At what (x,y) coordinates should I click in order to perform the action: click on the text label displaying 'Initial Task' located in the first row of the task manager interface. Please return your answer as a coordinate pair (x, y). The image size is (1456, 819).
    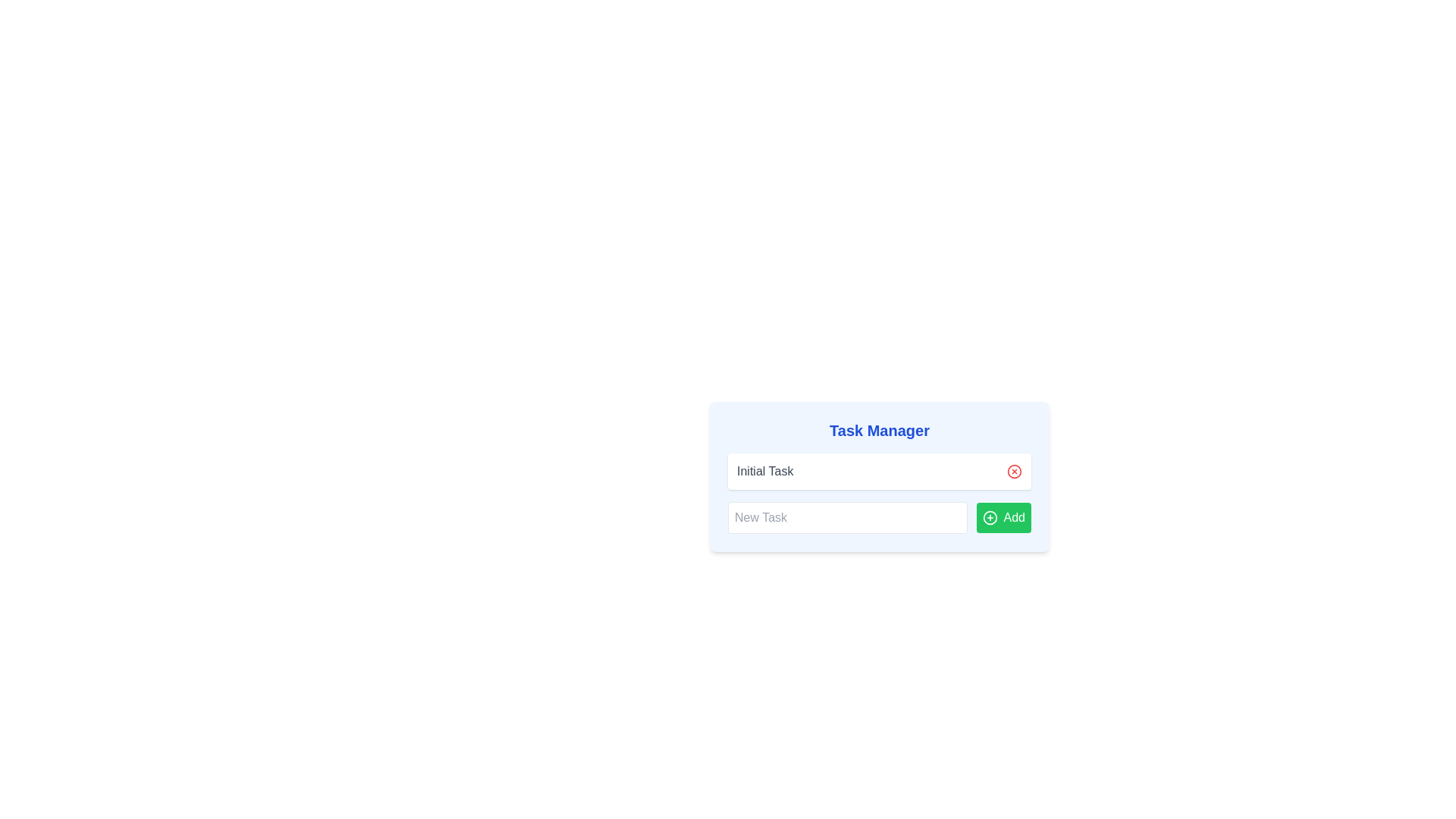
    Looking at the image, I should click on (765, 470).